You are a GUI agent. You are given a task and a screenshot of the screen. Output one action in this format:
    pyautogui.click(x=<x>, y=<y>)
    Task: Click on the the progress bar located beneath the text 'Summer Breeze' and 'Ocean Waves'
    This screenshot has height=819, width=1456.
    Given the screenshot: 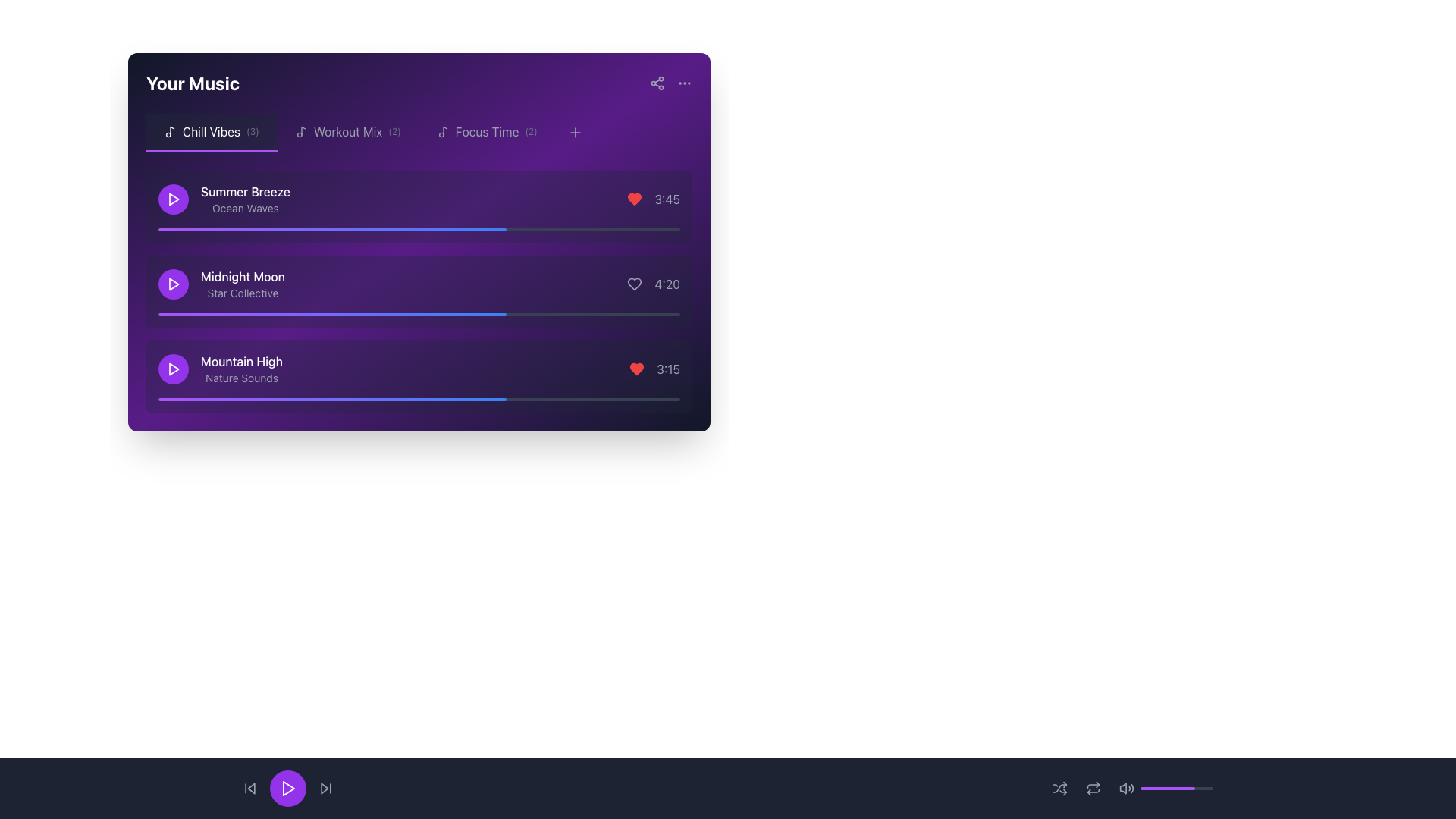 What is the action you would take?
    pyautogui.click(x=419, y=230)
    